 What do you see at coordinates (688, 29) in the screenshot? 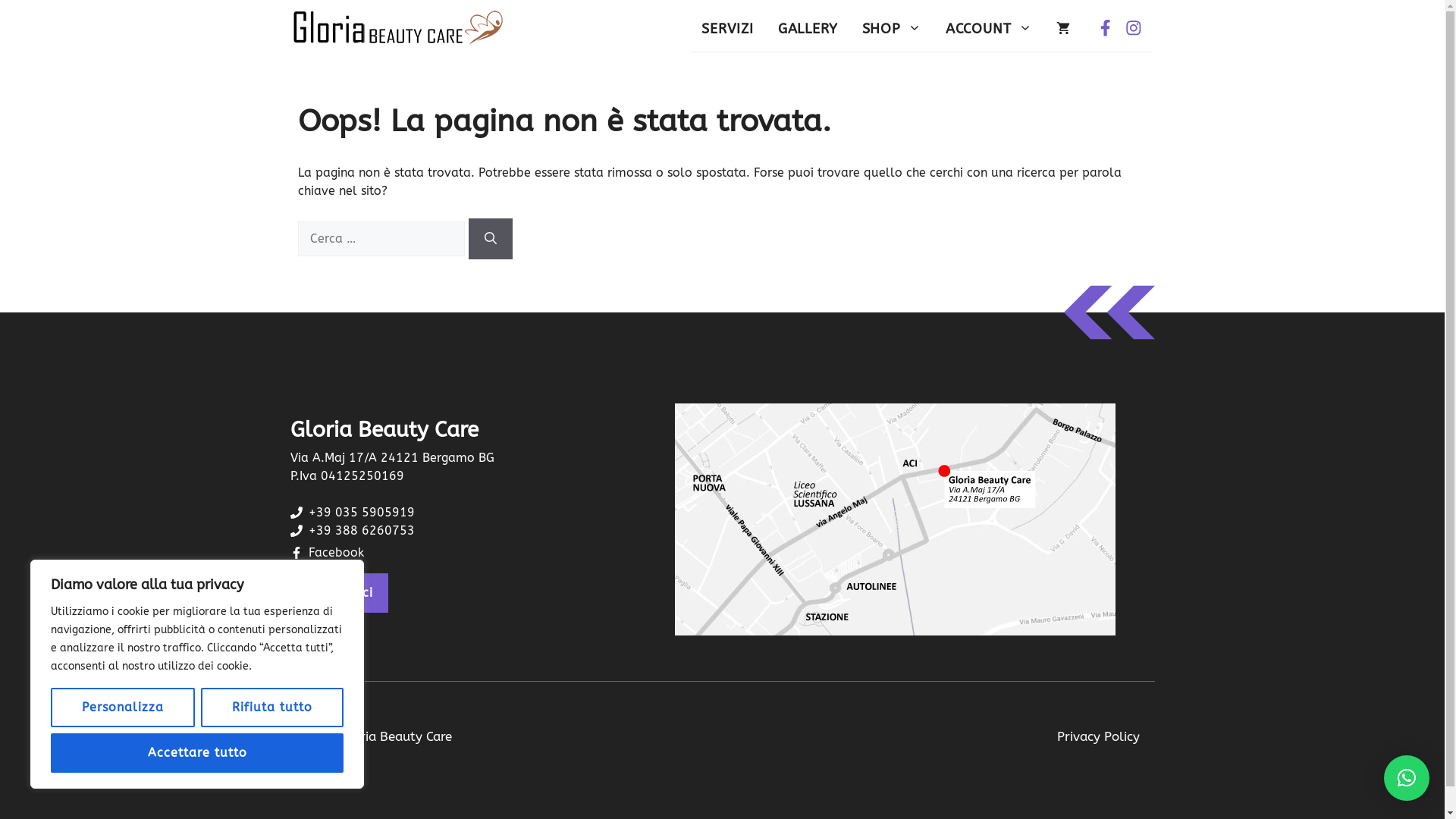
I see `'SERVIZI'` at bounding box center [688, 29].